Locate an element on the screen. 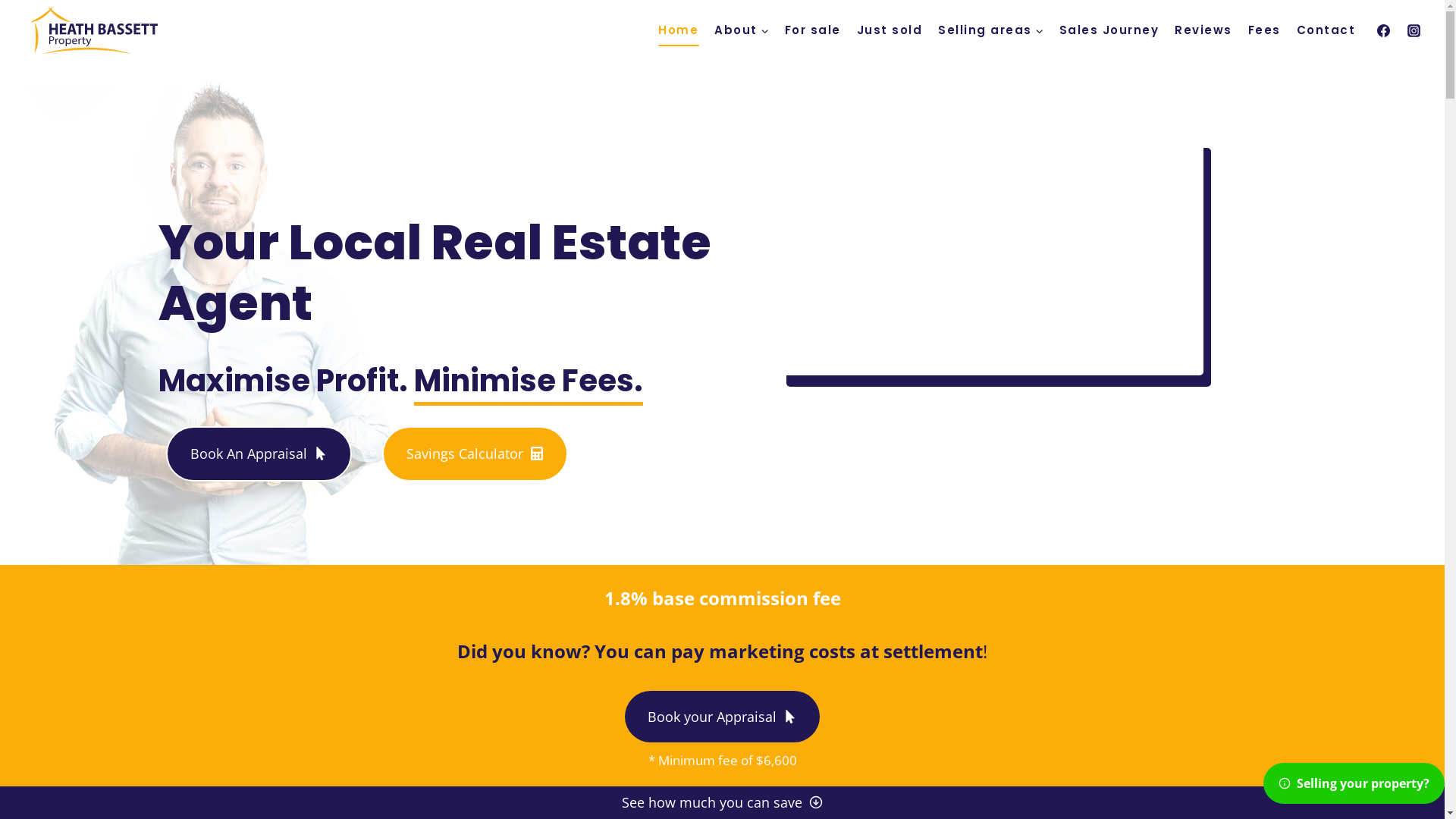 This screenshot has height=819, width=1456. 'Reviews' is located at coordinates (1203, 30).